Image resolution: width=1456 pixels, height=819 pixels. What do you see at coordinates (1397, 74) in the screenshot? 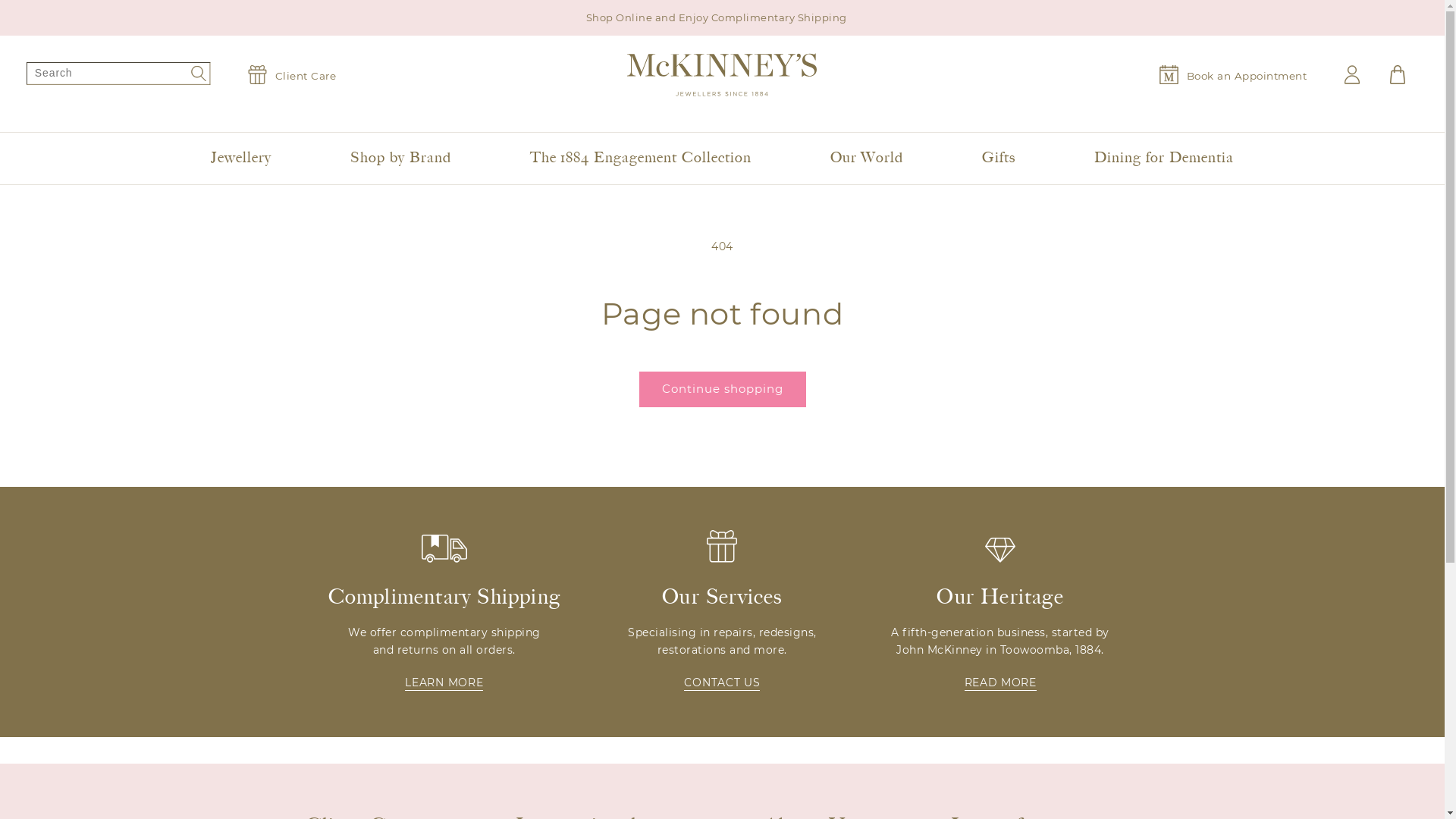
I see `'Cart'` at bounding box center [1397, 74].